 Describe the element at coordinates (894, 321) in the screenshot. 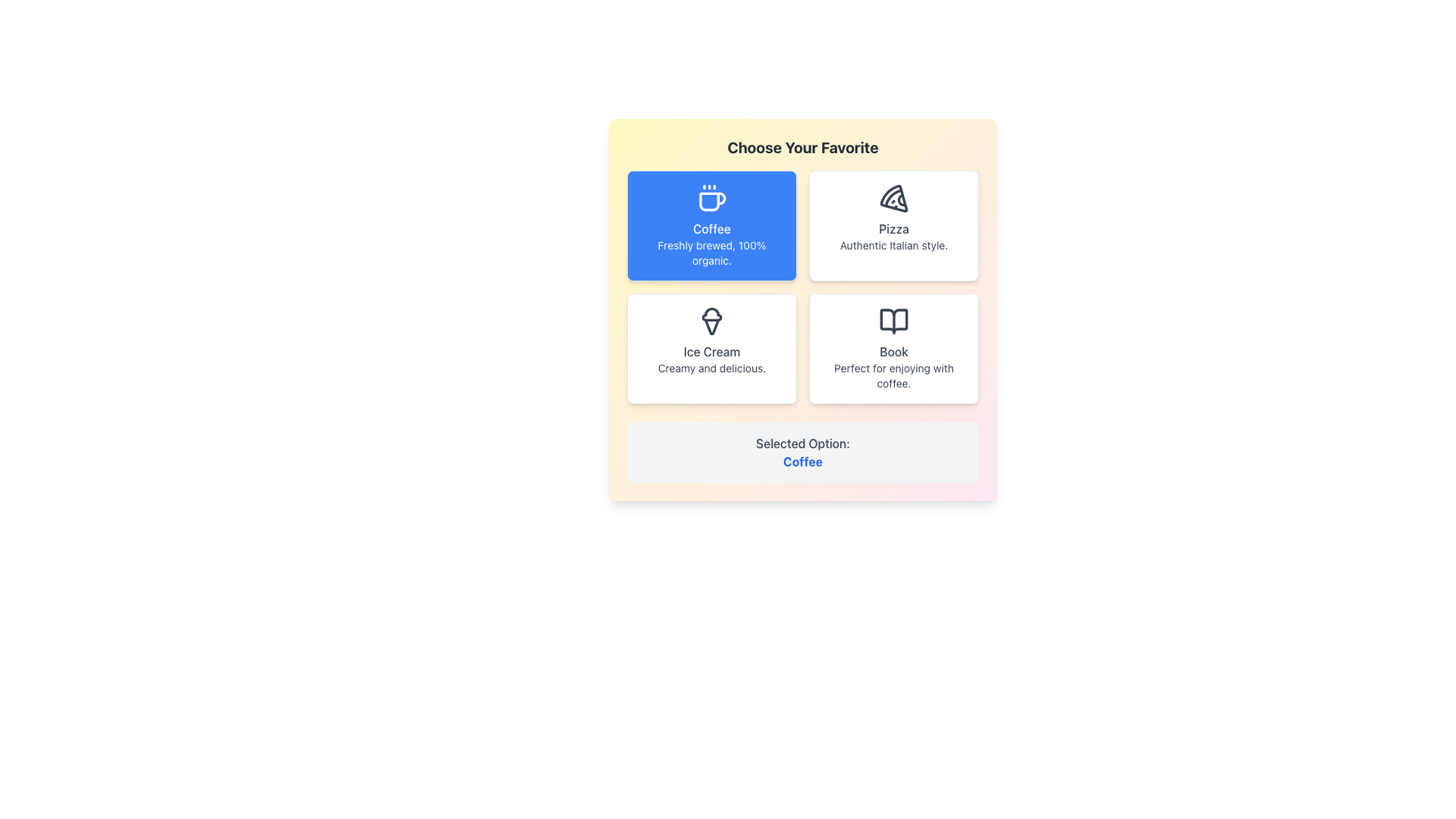

I see `the 'Book' icon located in the fourth card of the second row in the 'Choose Your Favorite' interface section` at that location.